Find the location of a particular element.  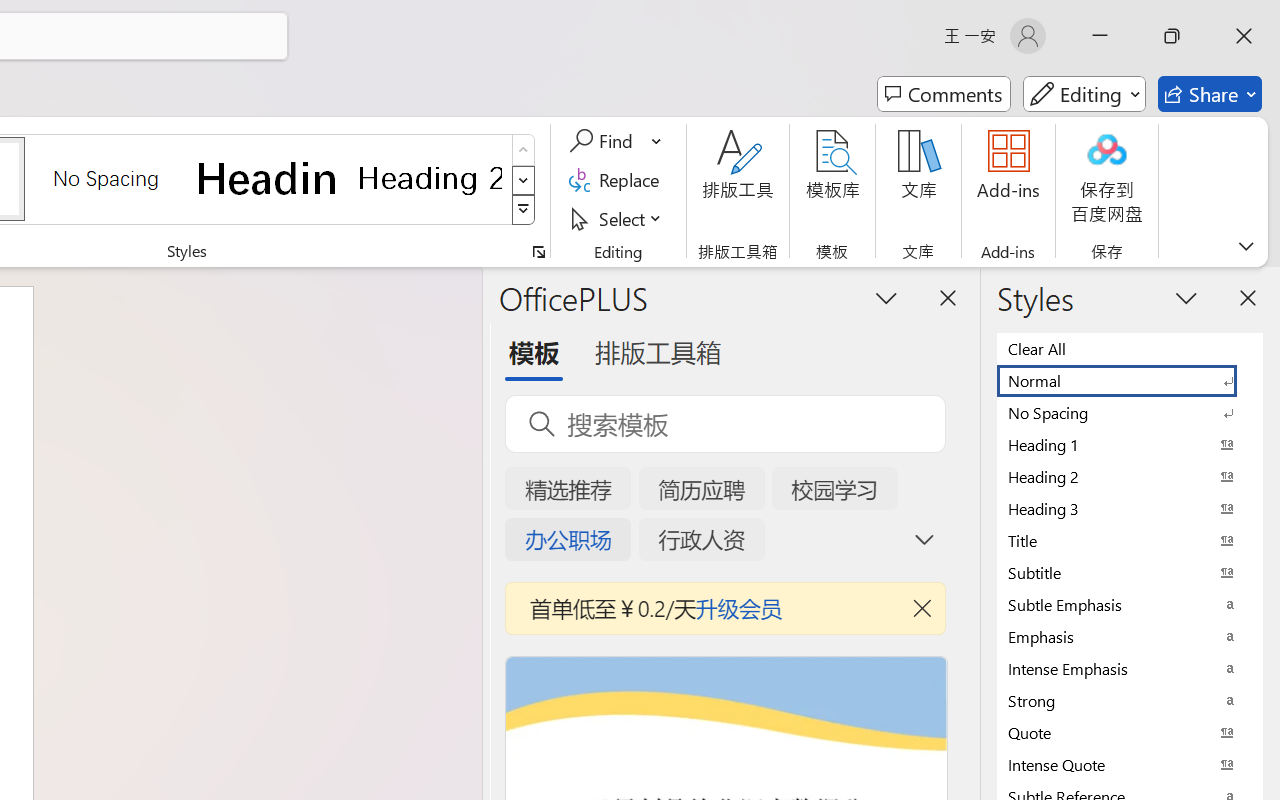

'Title' is located at coordinates (1130, 540).